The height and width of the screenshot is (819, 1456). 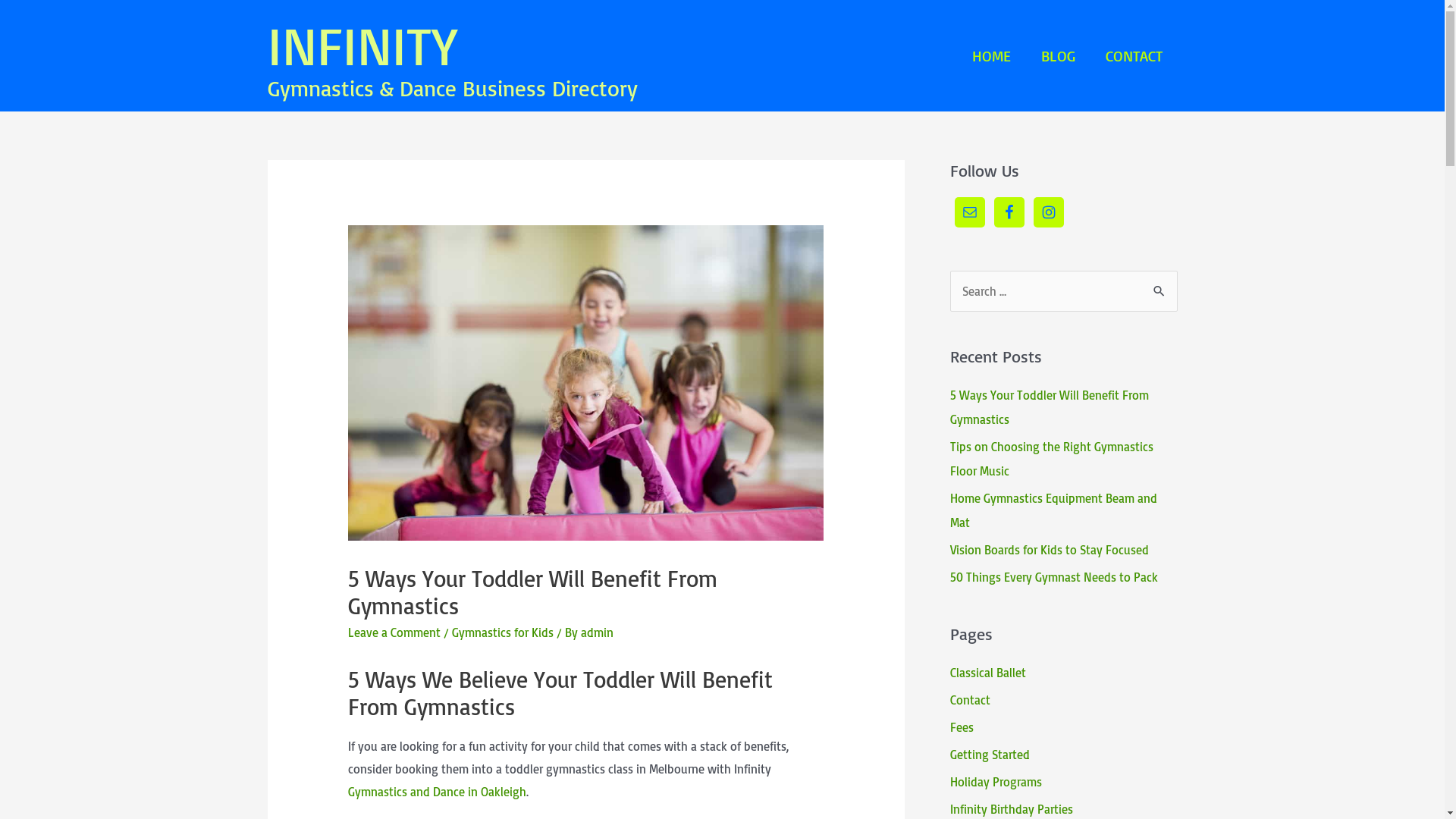 What do you see at coordinates (360, 43) in the screenshot?
I see `'INFINITY'` at bounding box center [360, 43].